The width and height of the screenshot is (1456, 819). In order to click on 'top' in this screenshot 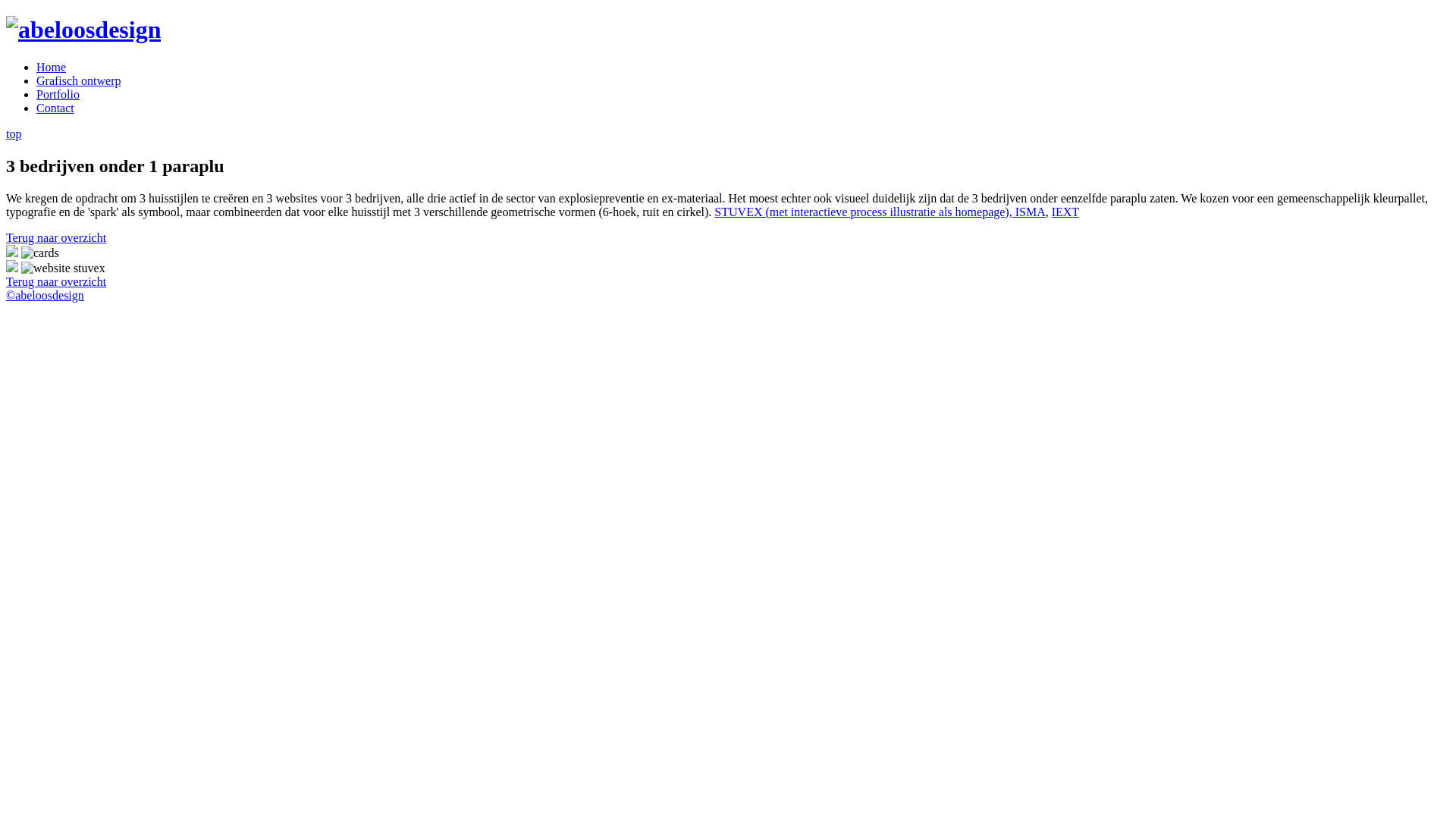, I will do `click(14, 133)`.